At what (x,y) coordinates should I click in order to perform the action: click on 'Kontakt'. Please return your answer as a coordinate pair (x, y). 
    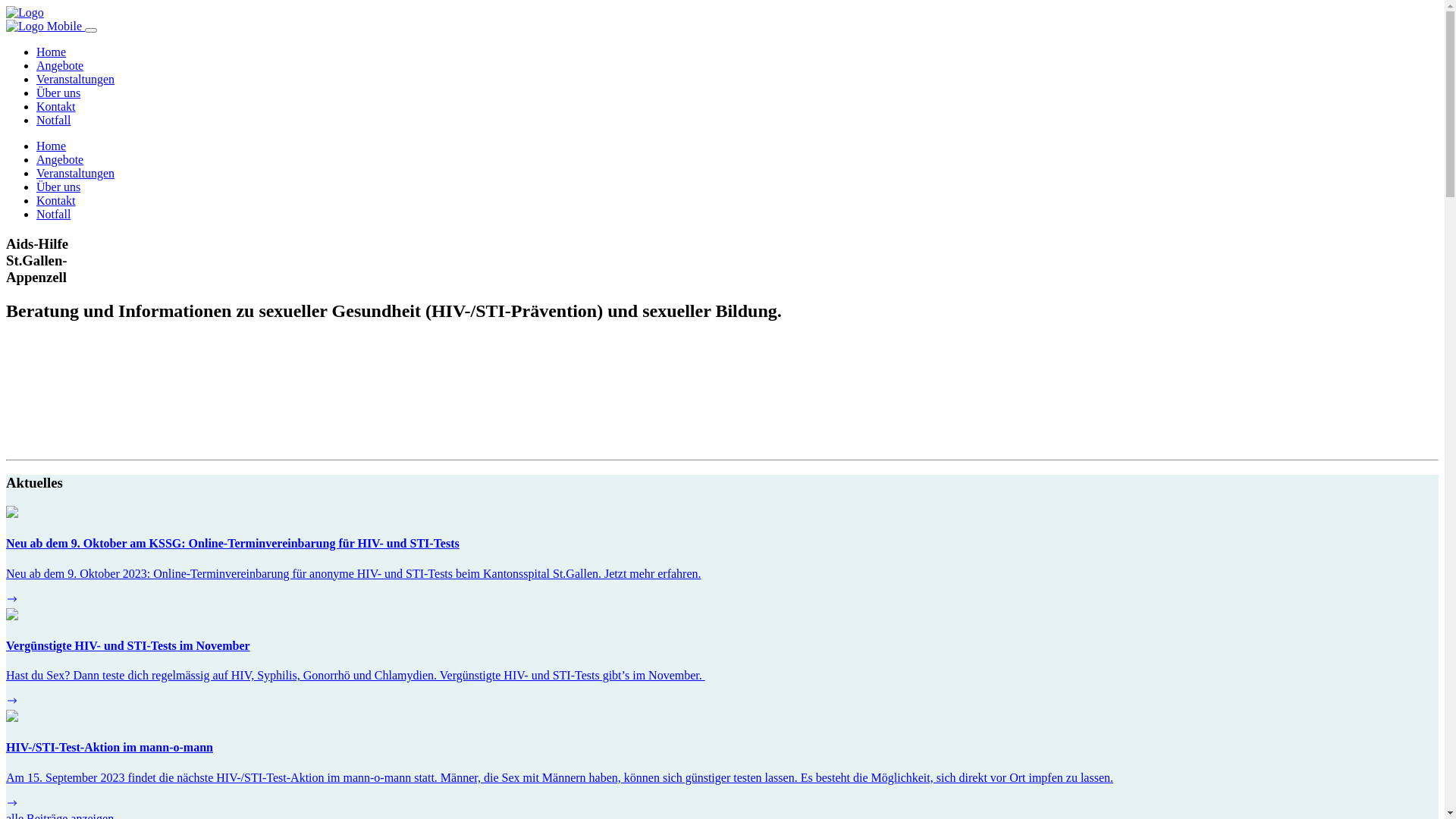
    Looking at the image, I should click on (36, 199).